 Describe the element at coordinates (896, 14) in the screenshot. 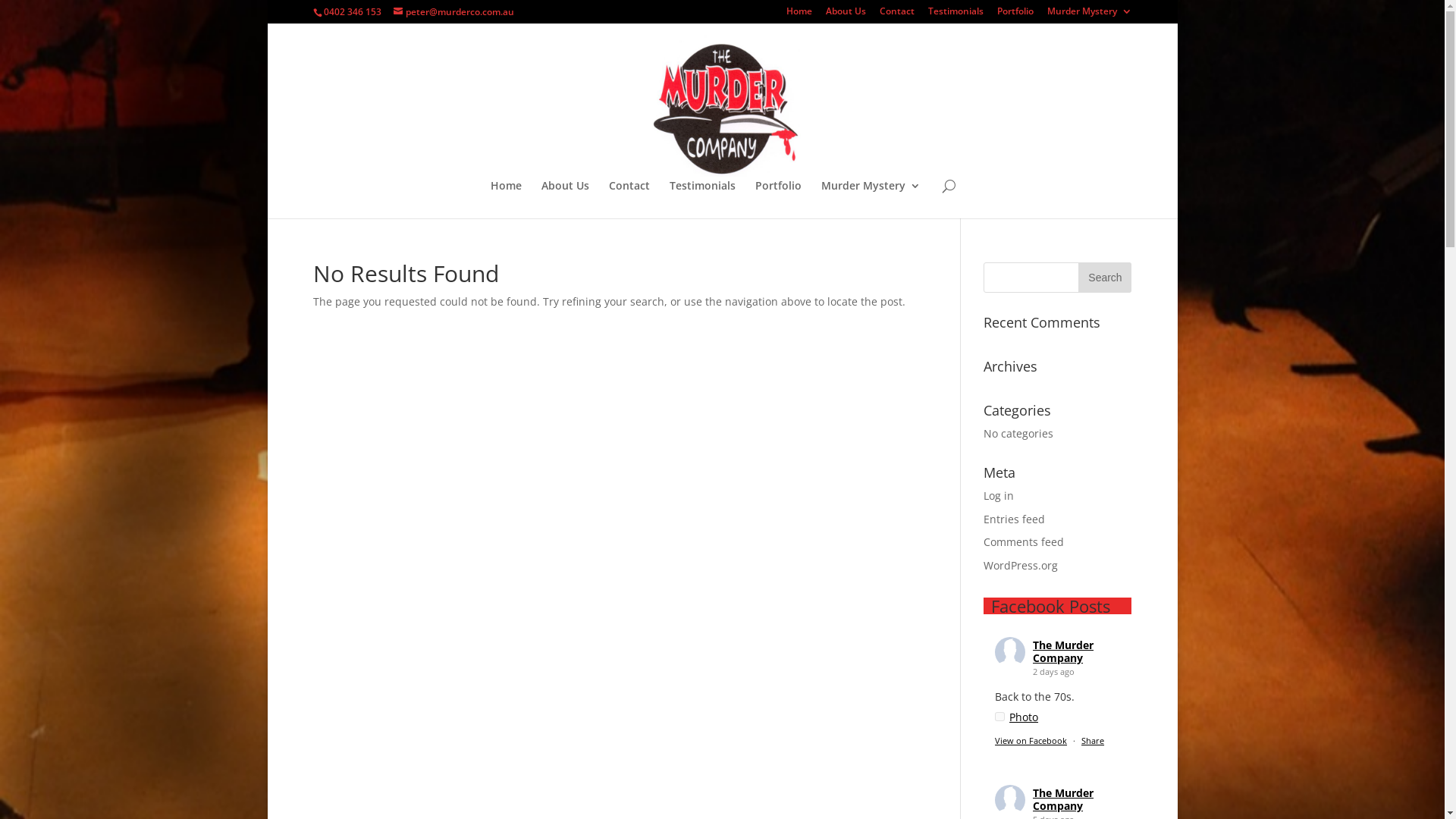

I see `'Contact'` at that location.